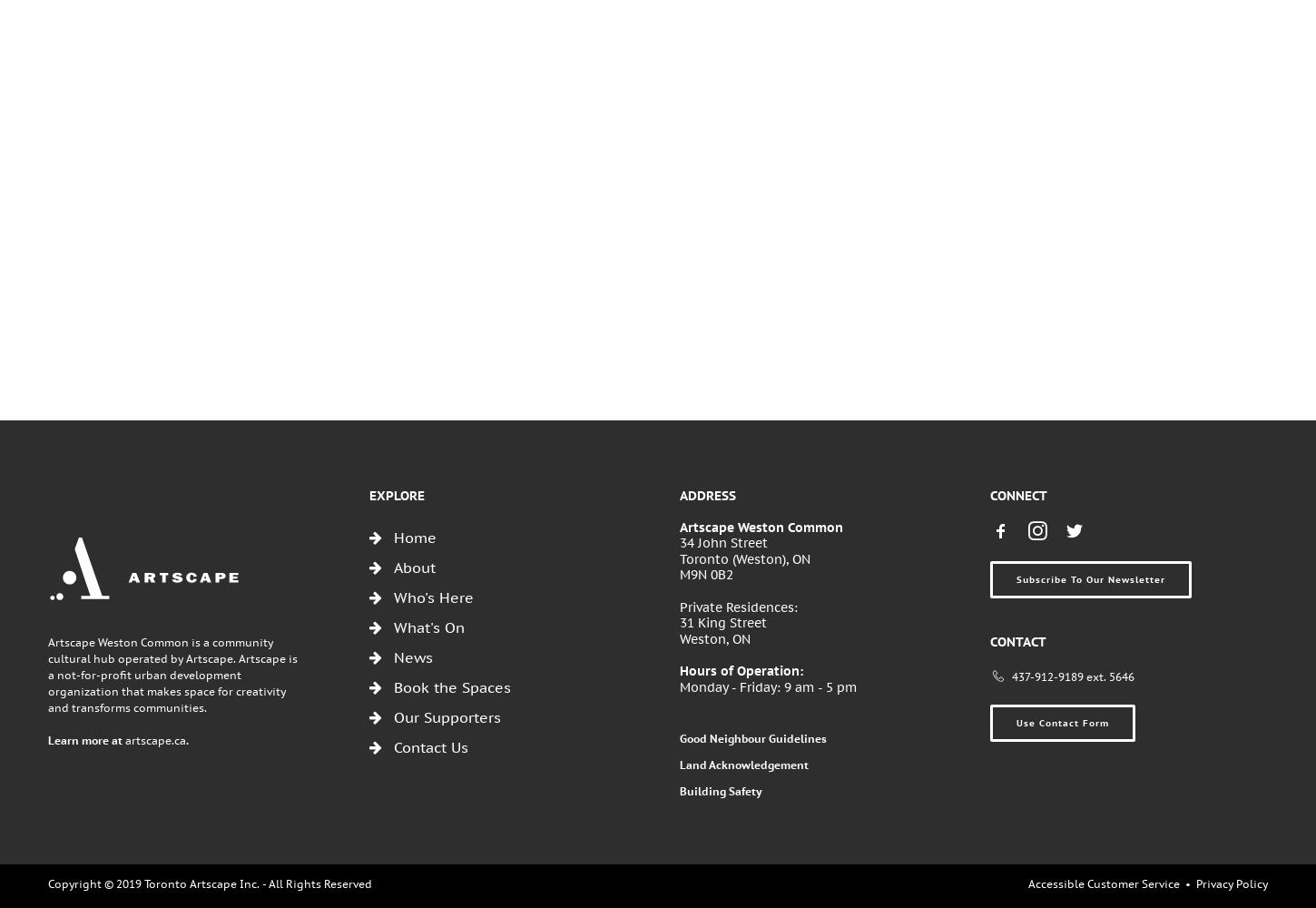 Image resolution: width=1316 pixels, height=908 pixels. I want to click on 'Subscribe to Our Newsletter', so click(1090, 578).